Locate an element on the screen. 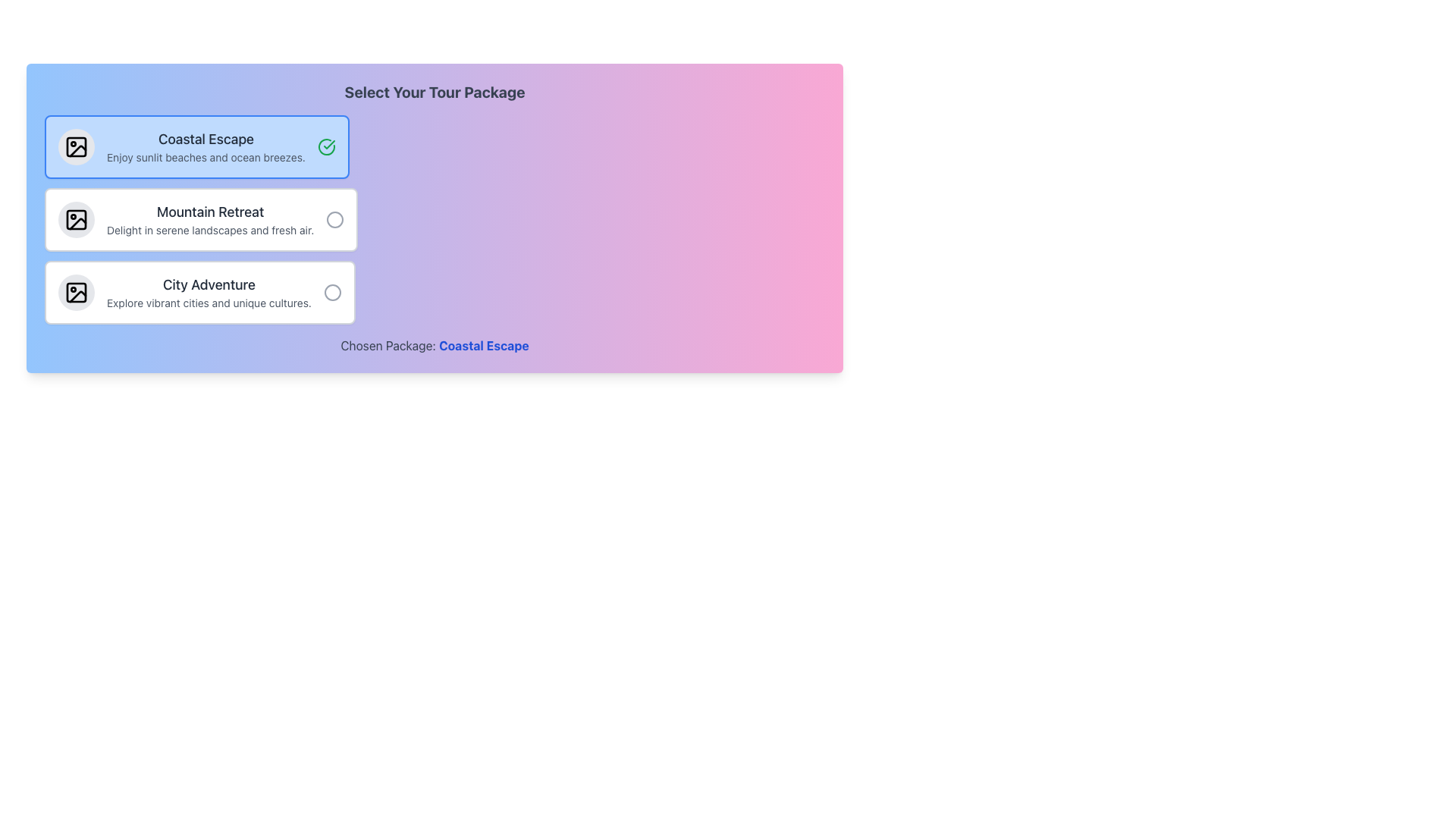  the text label for 'Mountain Retreat' to interact with the selectable option in the interface is located at coordinates (209, 212).